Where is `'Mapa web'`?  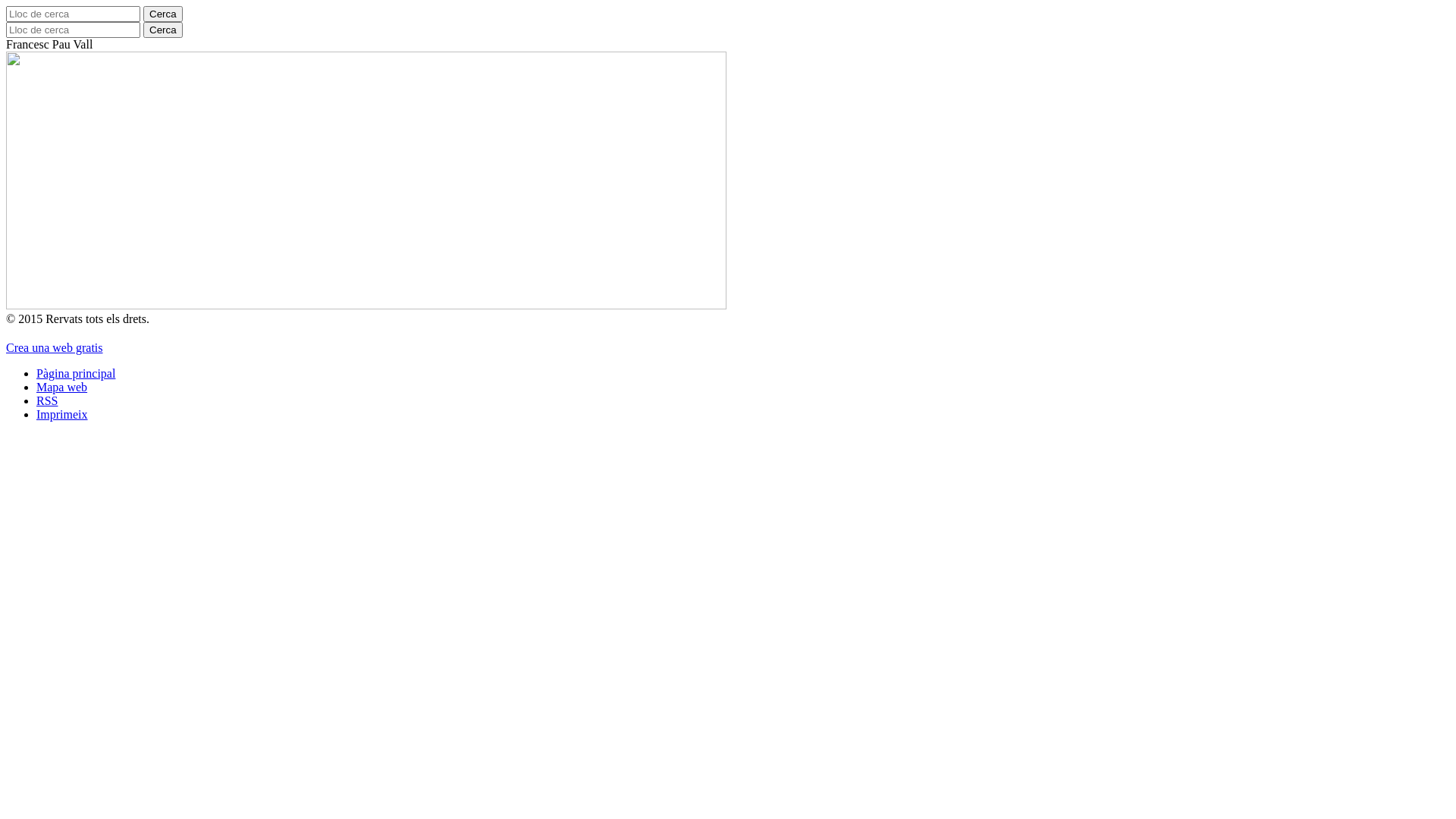 'Mapa web' is located at coordinates (36, 386).